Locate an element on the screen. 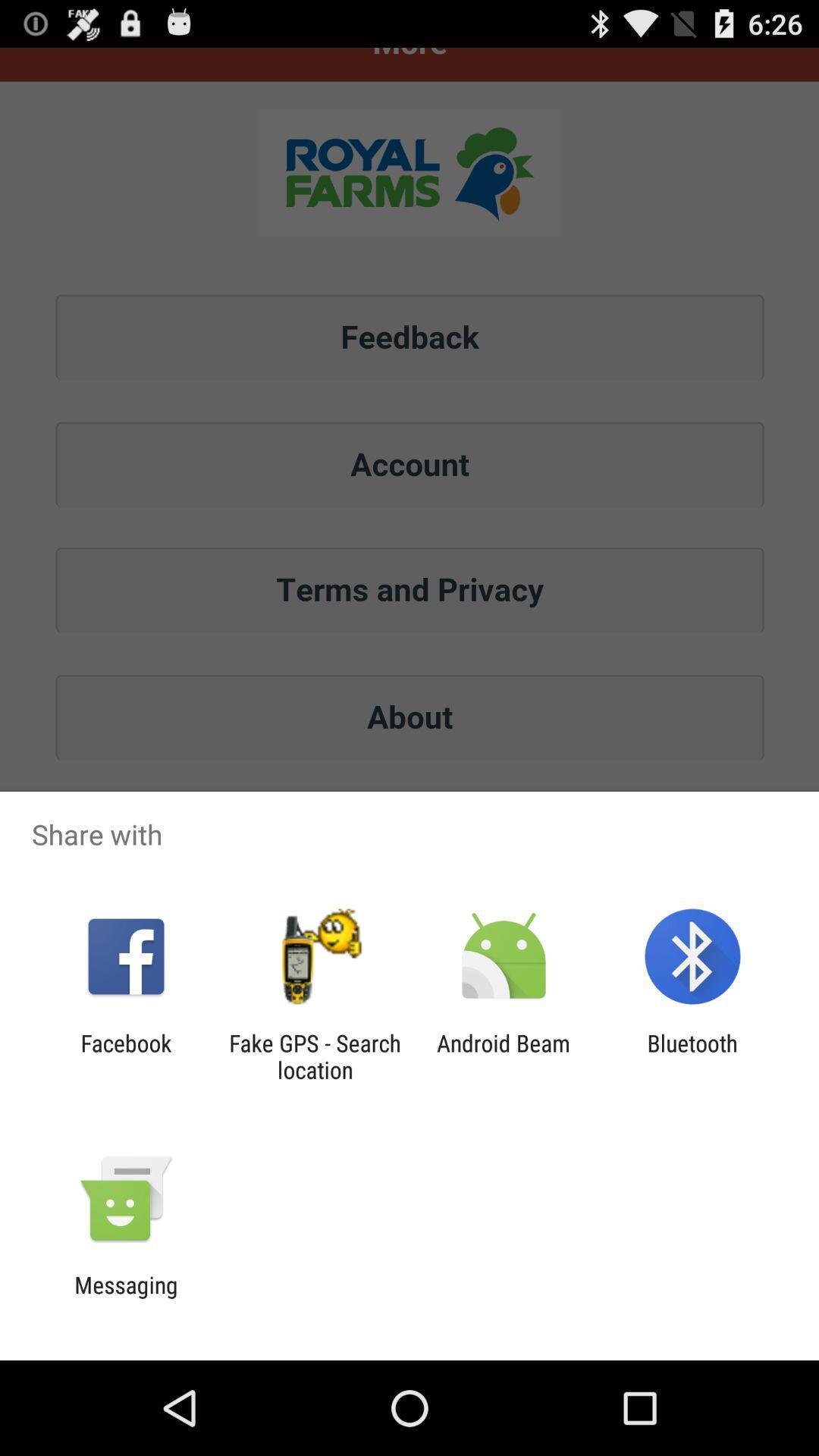 The height and width of the screenshot is (1456, 819). the item next to bluetooth item is located at coordinates (504, 1056).